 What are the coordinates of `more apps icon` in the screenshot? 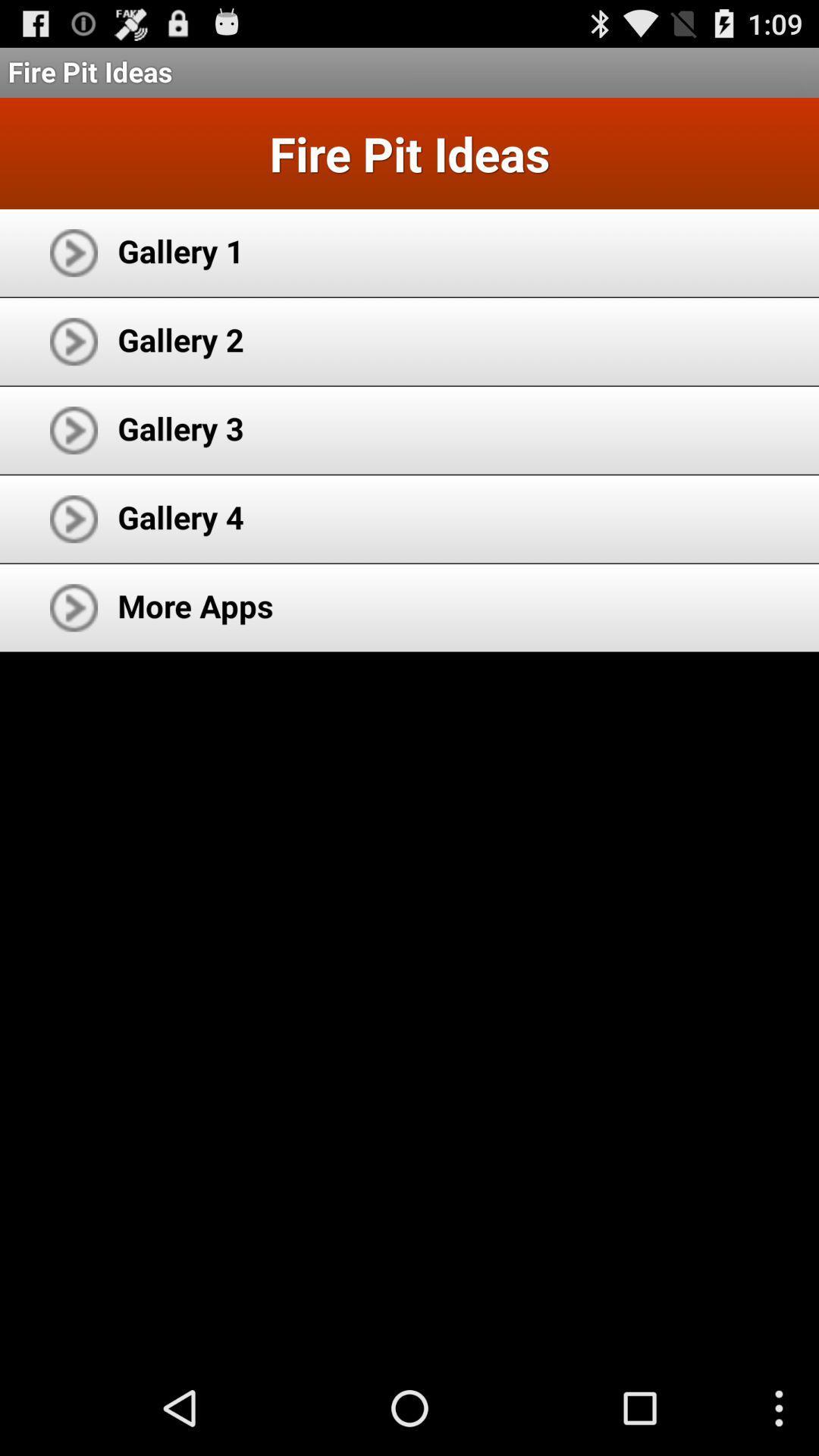 It's located at (195, 604).